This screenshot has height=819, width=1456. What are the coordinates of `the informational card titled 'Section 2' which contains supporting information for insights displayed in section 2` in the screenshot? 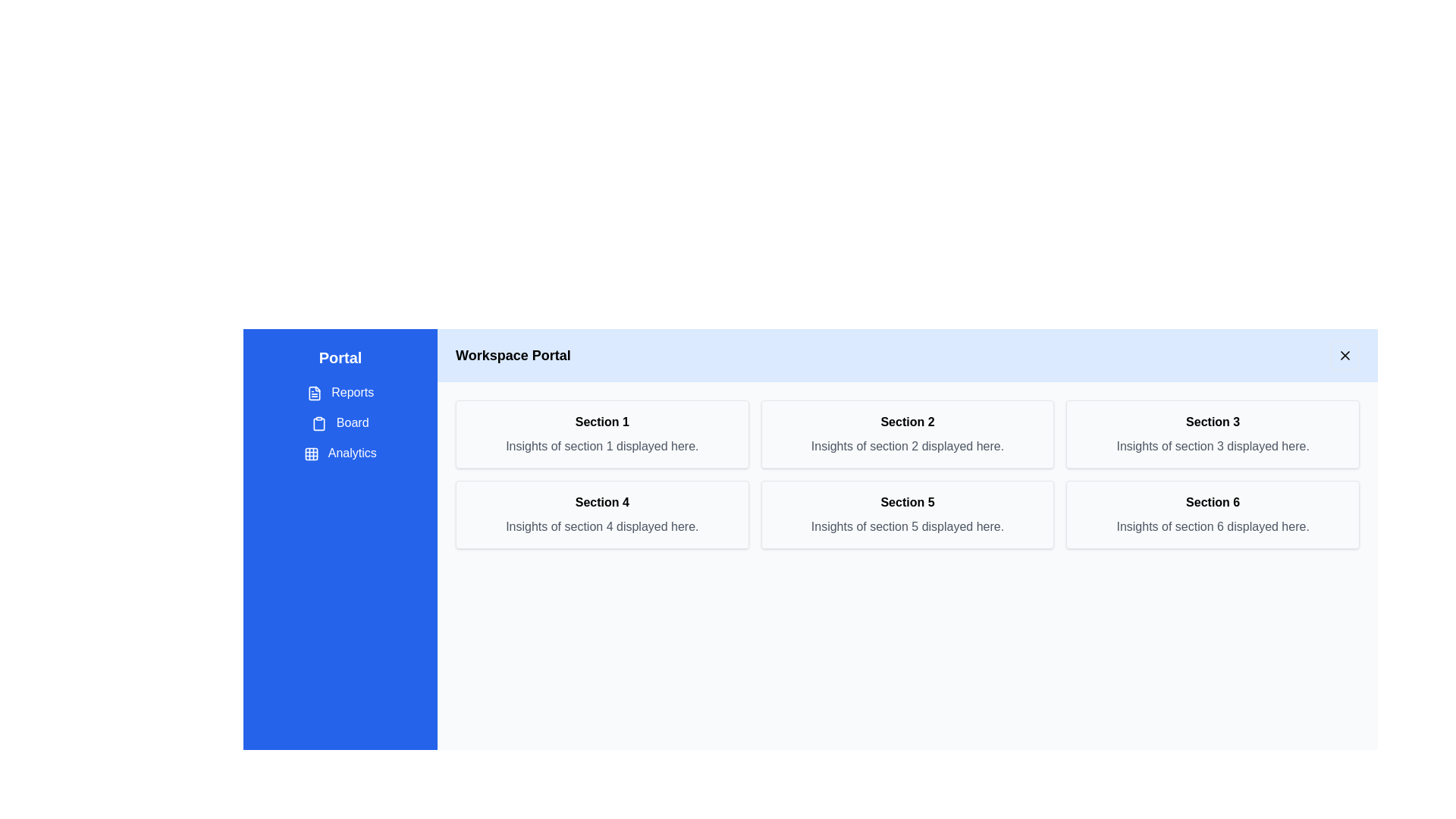 It's located at (907, 435).